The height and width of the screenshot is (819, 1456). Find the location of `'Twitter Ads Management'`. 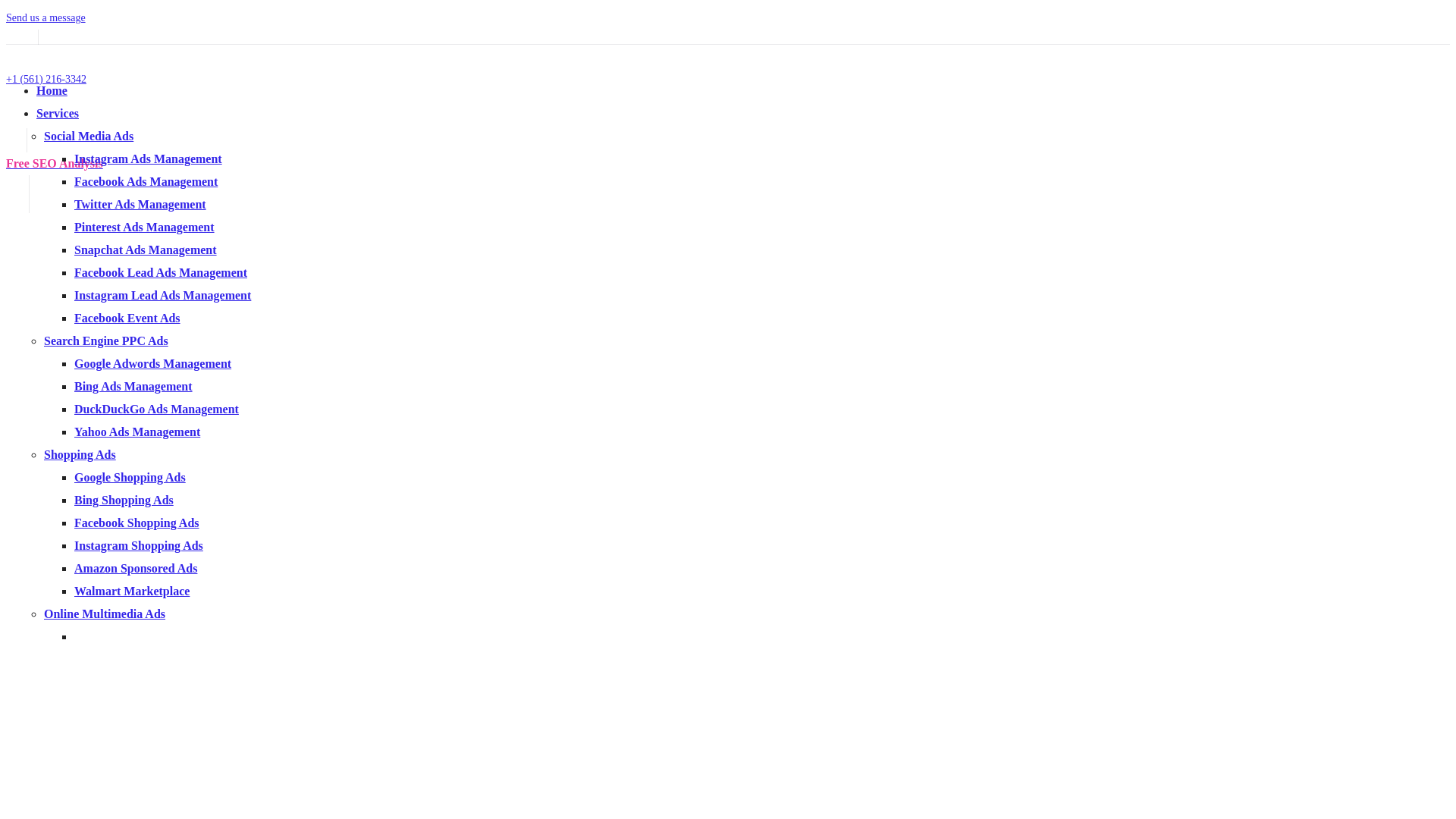

'Twitter Ads Management' is located at coordinates (140, 203).